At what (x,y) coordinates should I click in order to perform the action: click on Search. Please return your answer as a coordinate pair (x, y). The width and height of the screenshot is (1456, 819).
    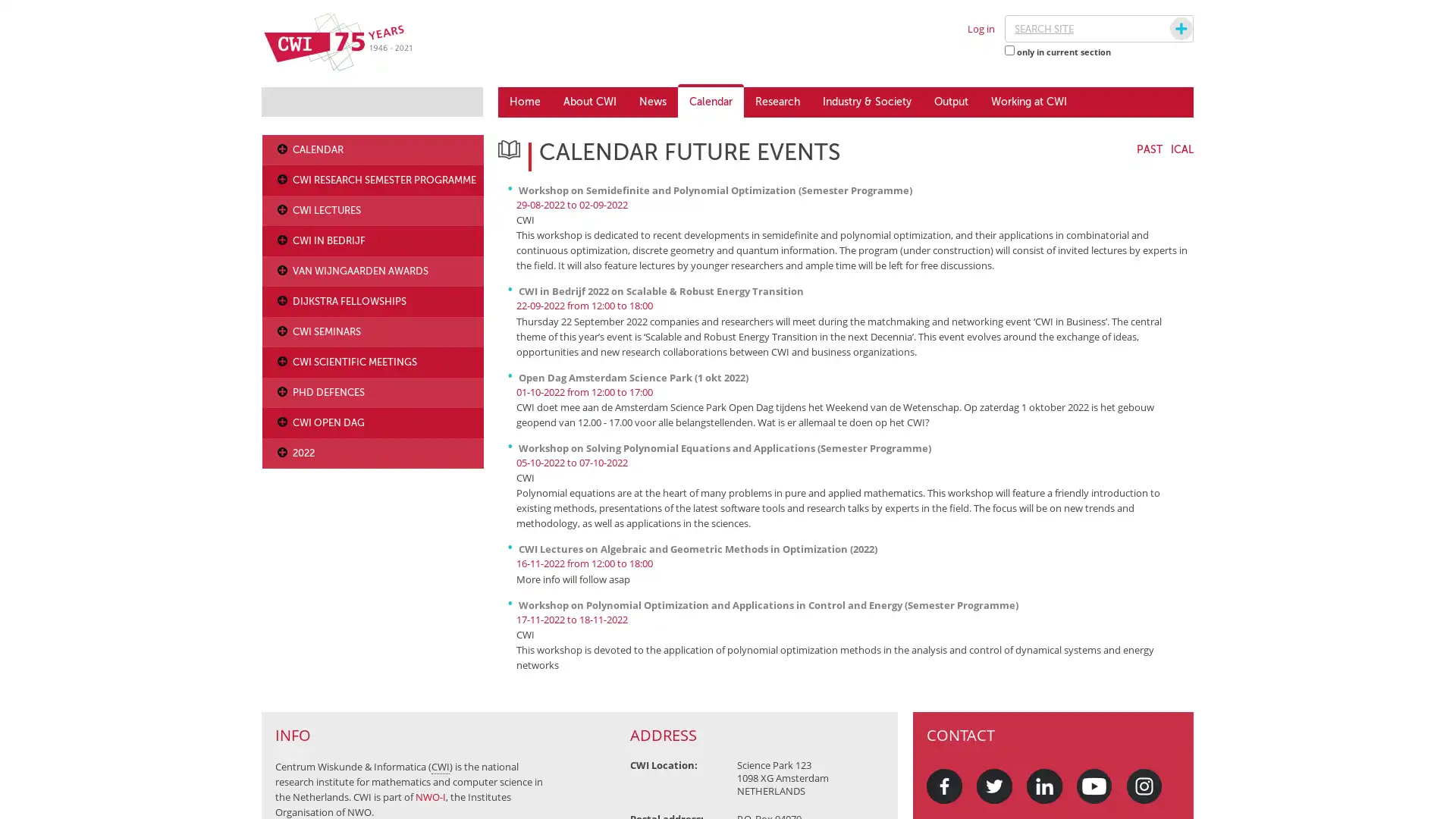
    Looking at the image, I should click on (1166, 29).